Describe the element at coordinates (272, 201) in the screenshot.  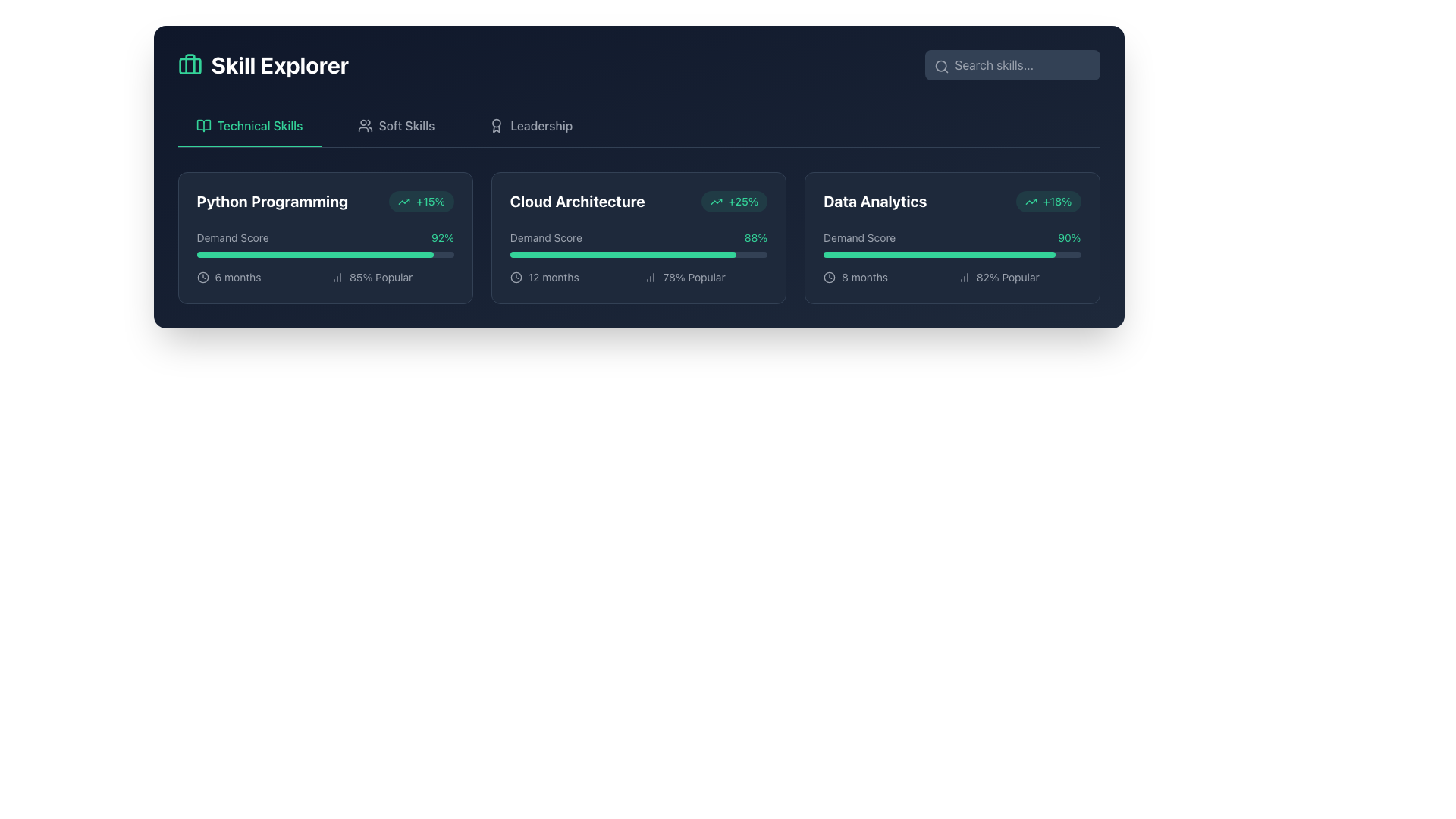
I see `the title text element that identifies the category or subject matter within the 'Demand Score' card, located in the upper-left section and aligned to the left of the '+15%' indicator` at that location.